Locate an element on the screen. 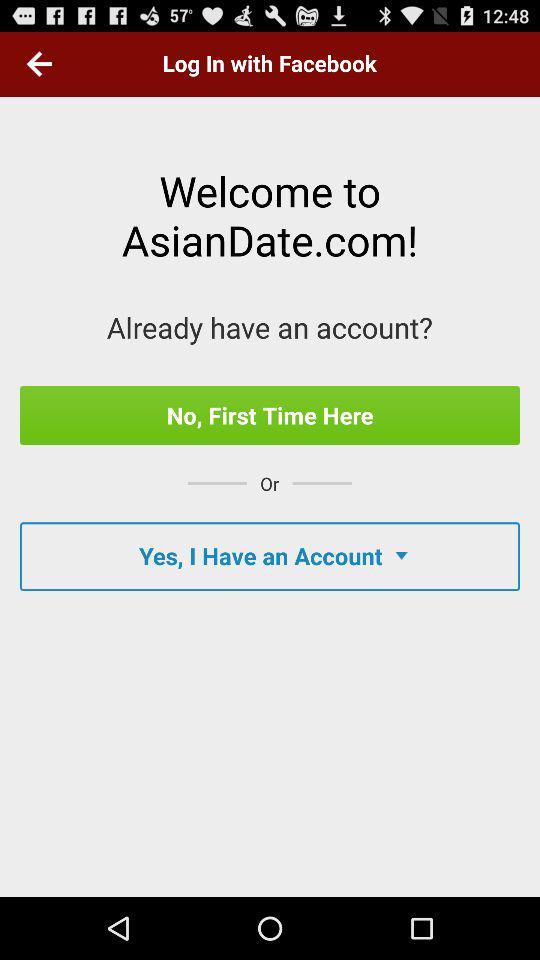  the item below the already have an icon is located at coordinates (270, 414).